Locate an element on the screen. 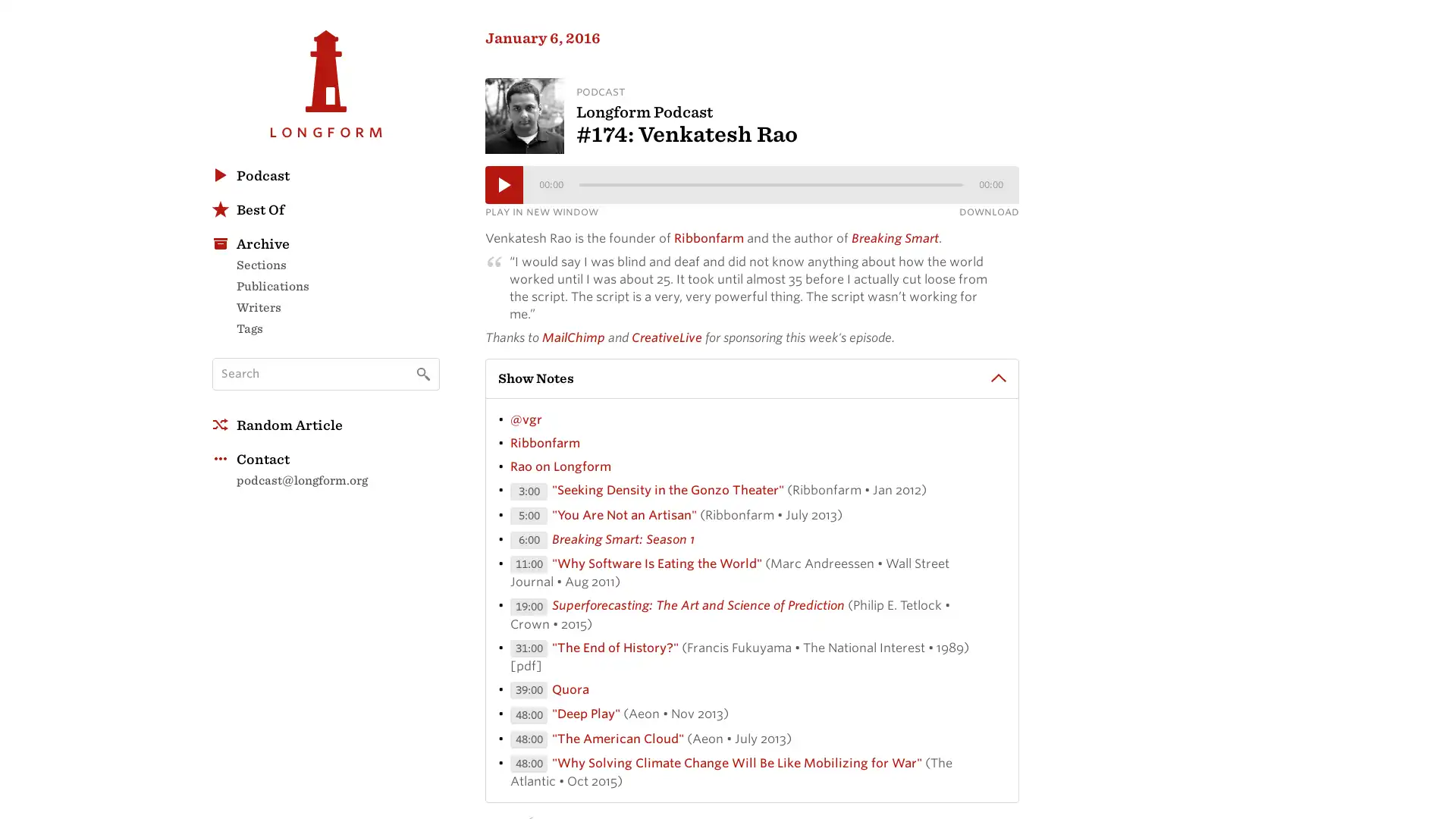 This screenshot has width=1456, height=819. 5:00 is located at coordinates (529, 518).